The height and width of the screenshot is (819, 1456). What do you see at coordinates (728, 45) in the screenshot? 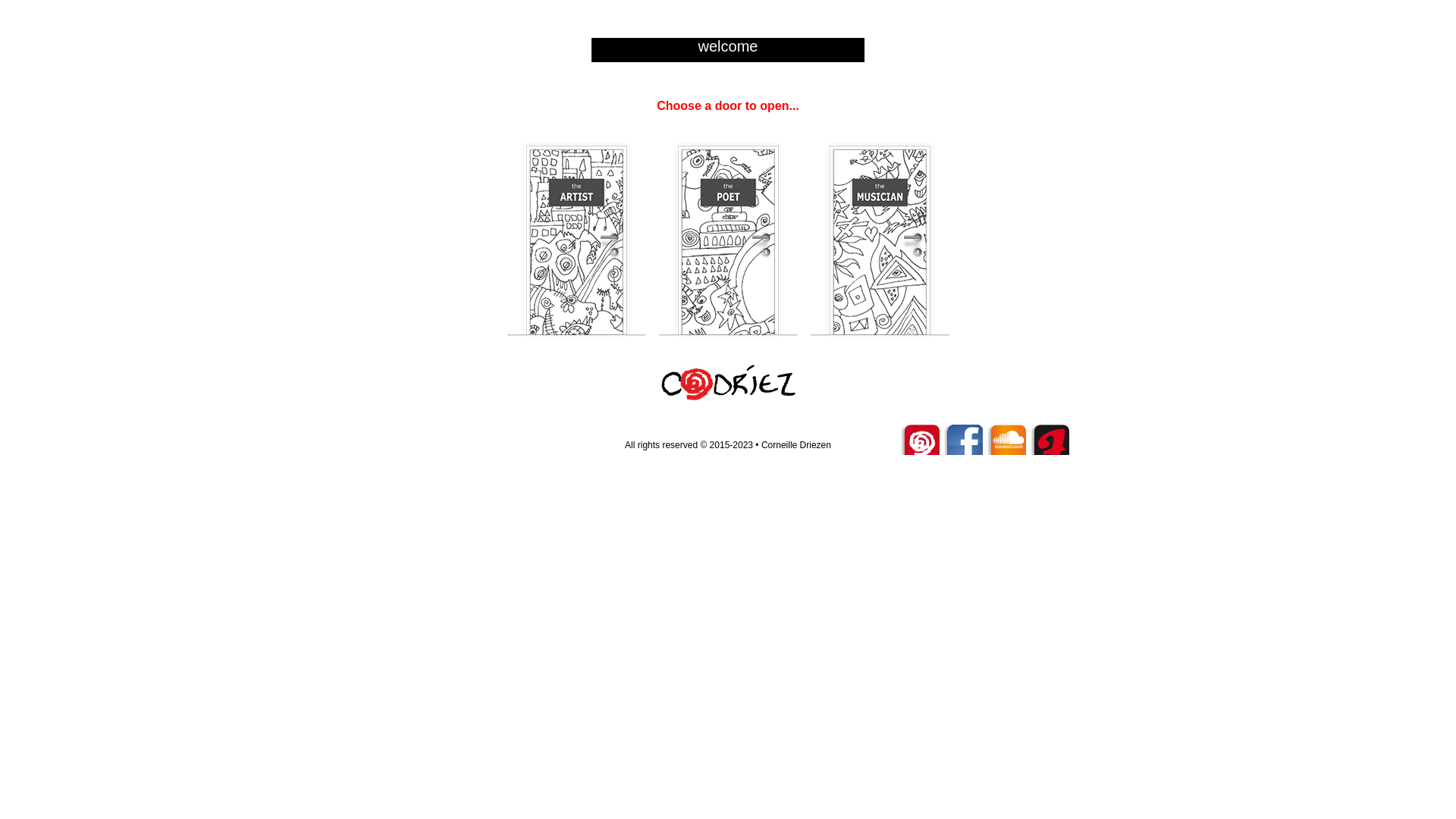
I see `'welcome'` at bounding box center [728, 45].